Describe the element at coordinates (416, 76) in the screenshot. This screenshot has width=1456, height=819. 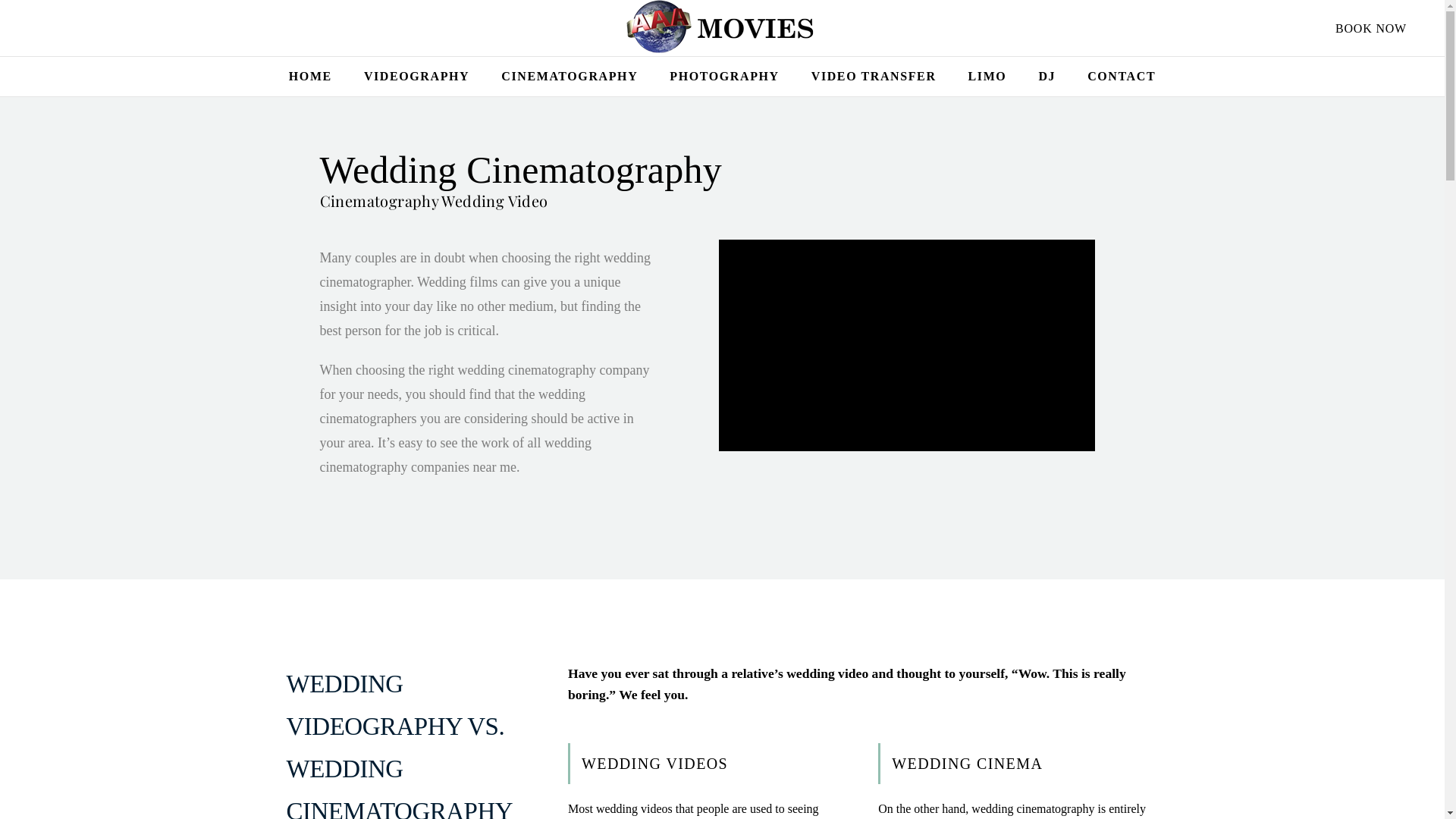
I see `'VIDEOGRAPHY'` at that location.